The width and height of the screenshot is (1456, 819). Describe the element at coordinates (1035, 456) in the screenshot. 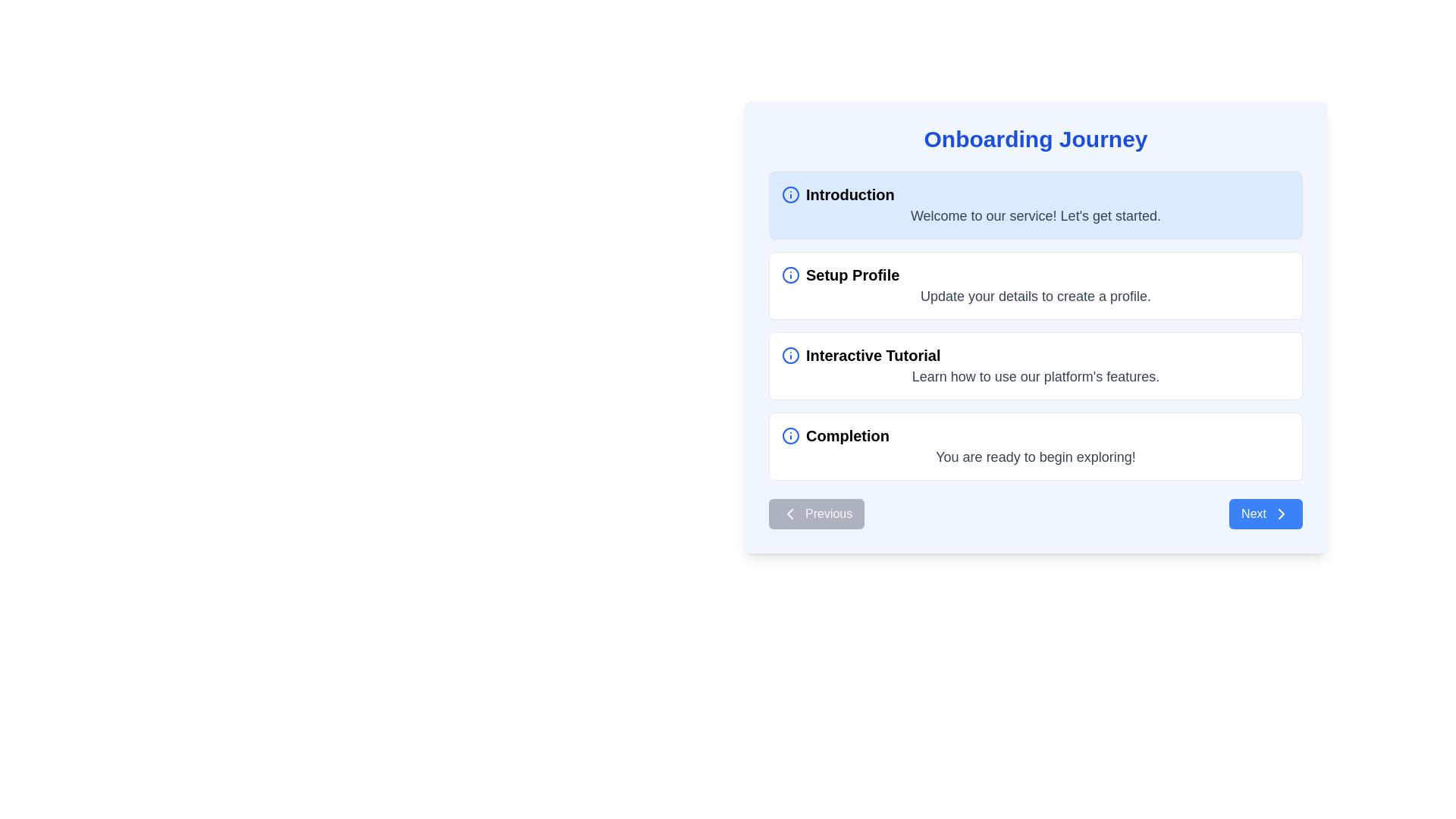

I see `the text label that displays 'You are ready to begin exploring!' which is styled with a gray color and large font, located at the bottom of the 'Completion' card in the onboarding steps` at that location.